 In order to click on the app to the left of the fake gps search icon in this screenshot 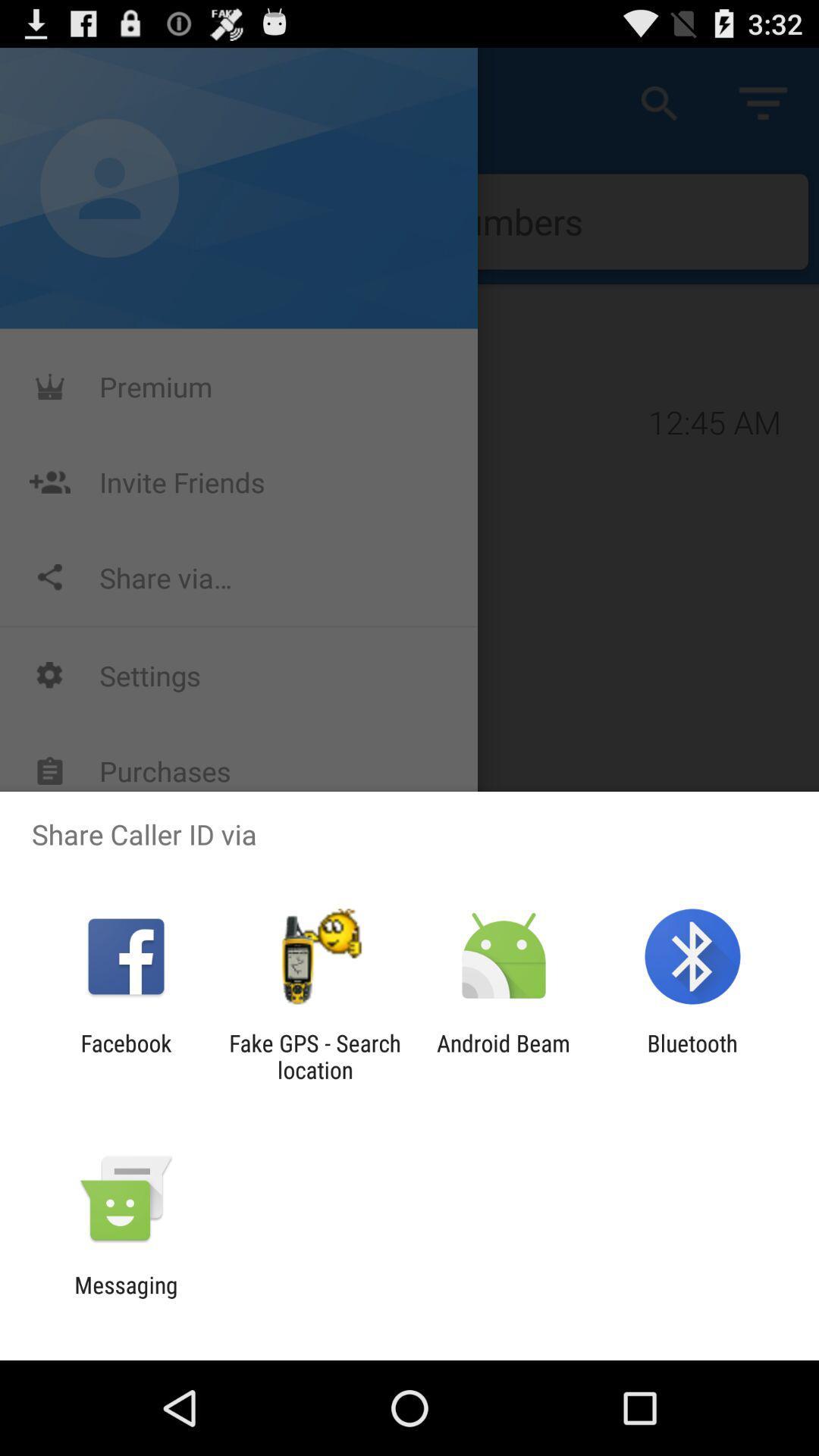, I will do `click(125, 1056)`.